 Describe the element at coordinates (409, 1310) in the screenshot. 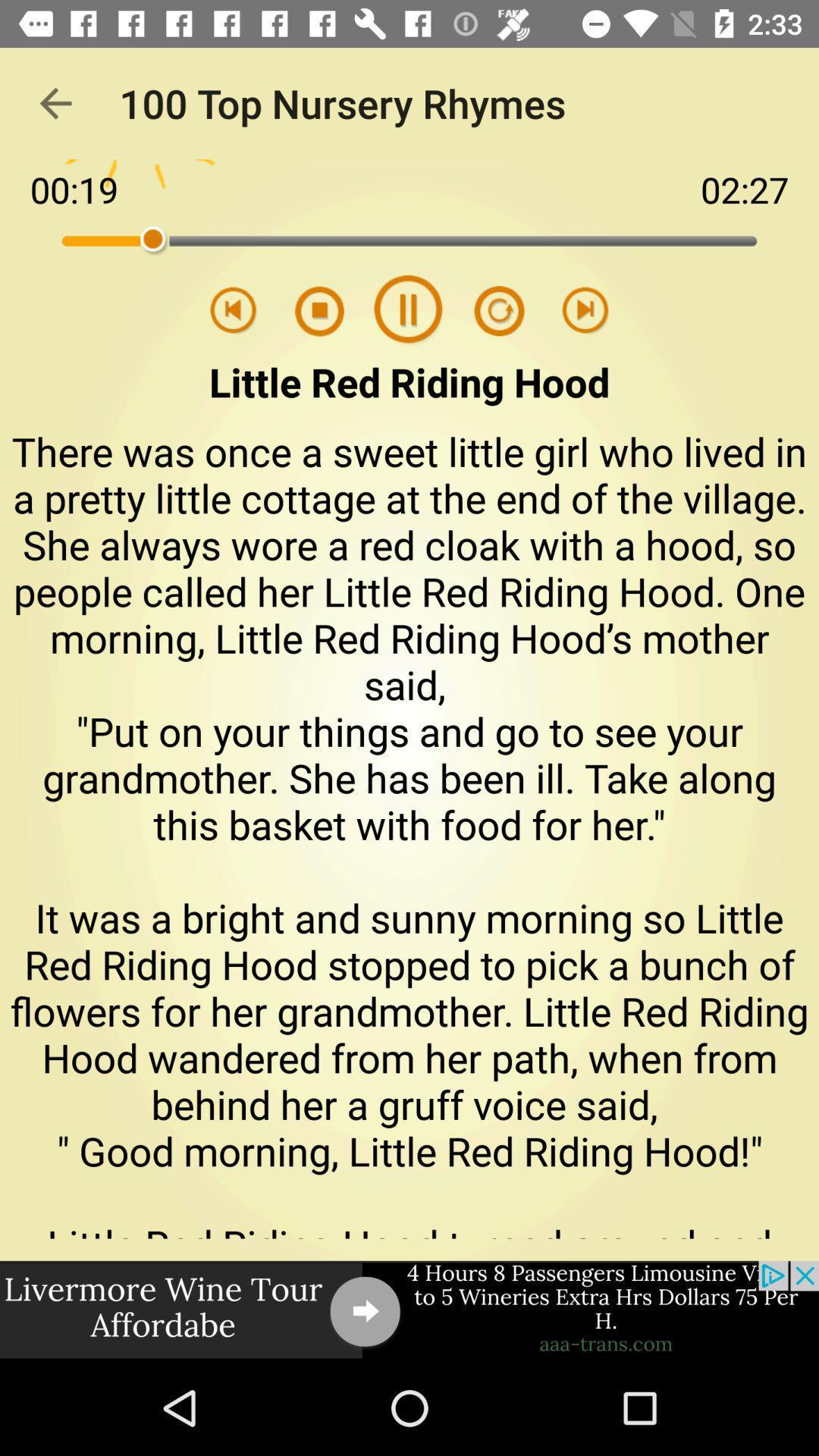

I see `advertisement at bottom` at that location.